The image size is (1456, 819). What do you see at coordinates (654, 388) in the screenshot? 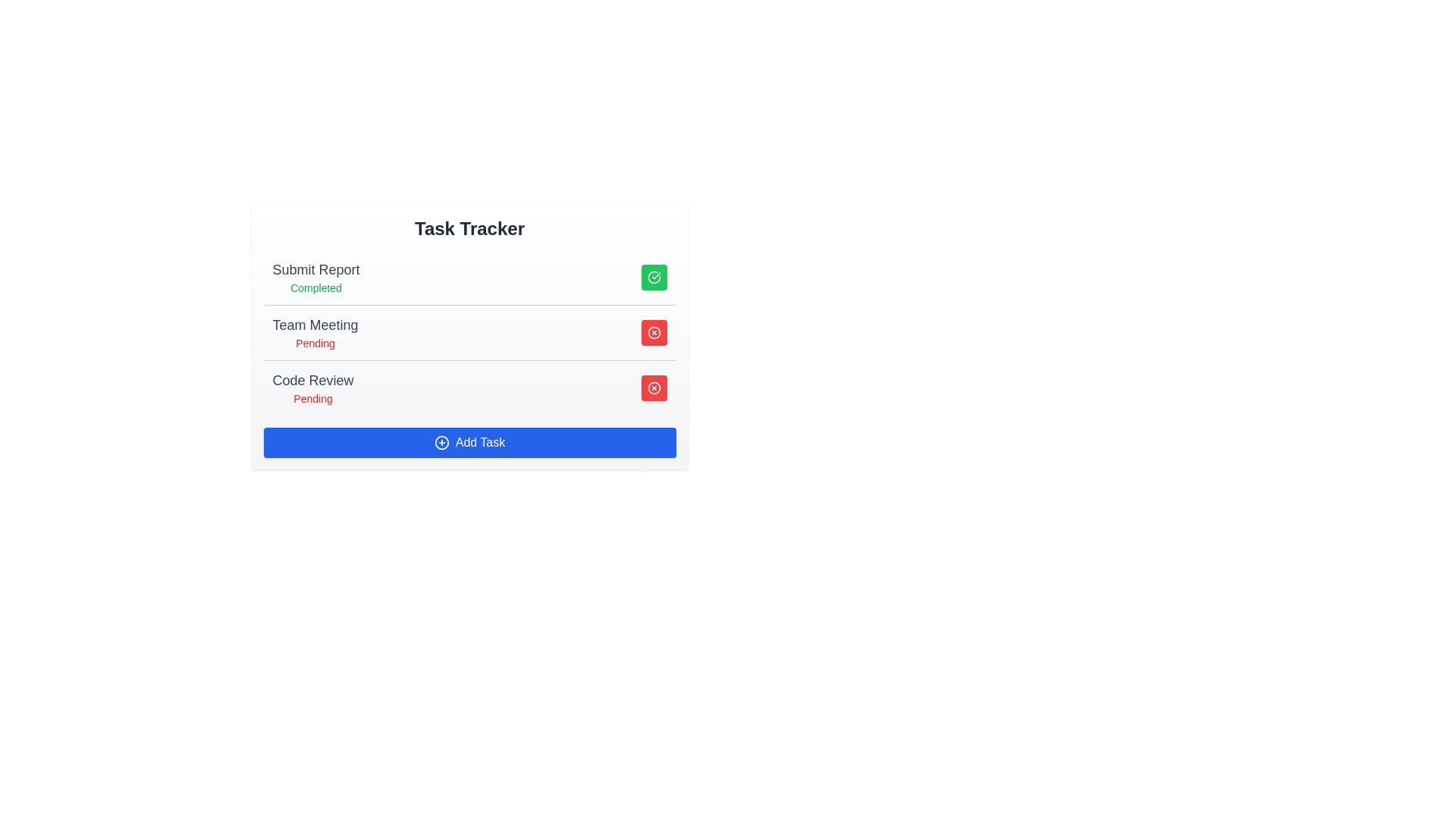
I see `the circular red button with a white cross located to the right of the text 'Pending' in the 'Code Review' row` at bounding box center [654, 388].